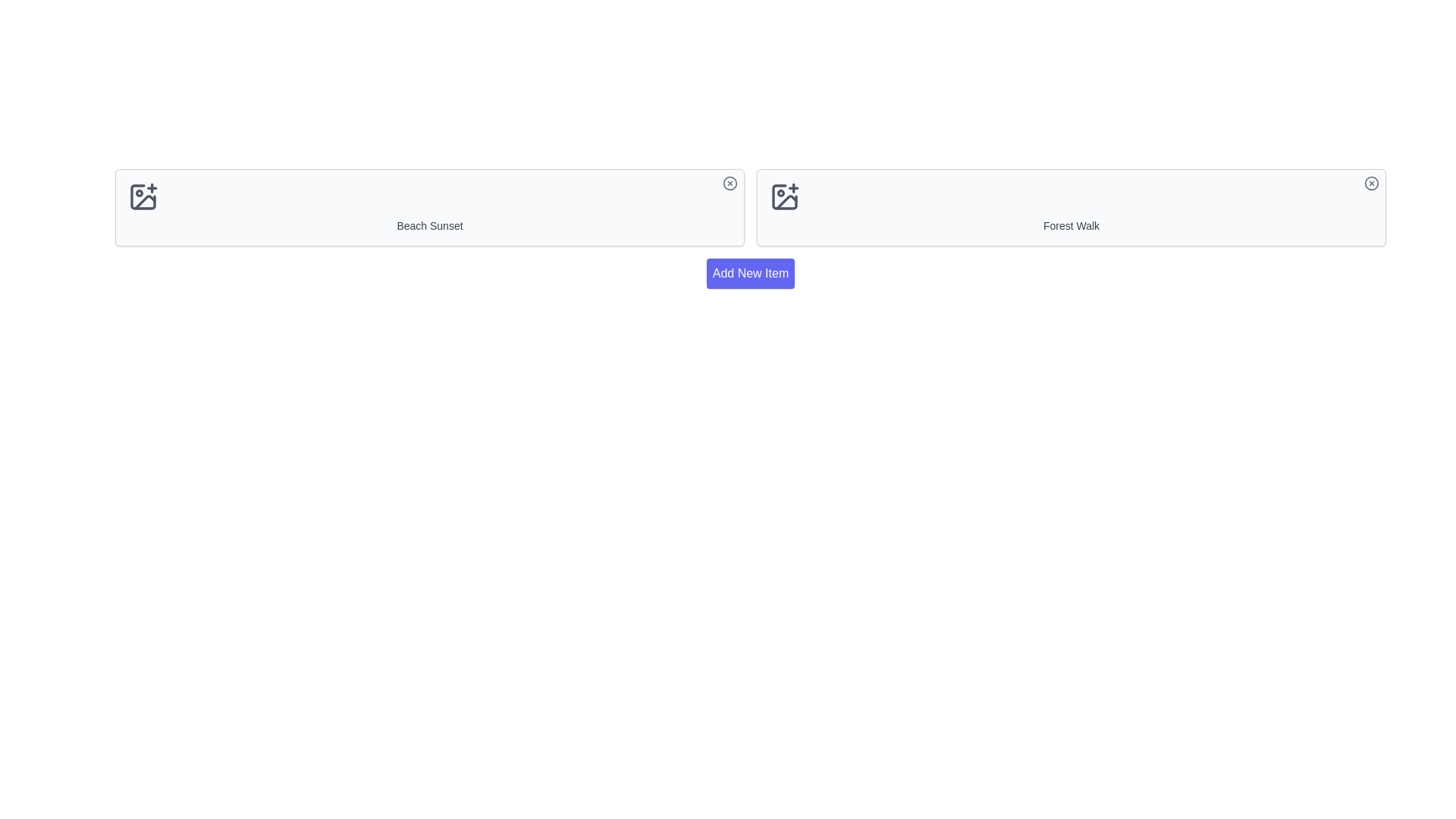  I want to click on the icon located at the top-left corner of the 'Beach Sunset' card, so click(143, 196).